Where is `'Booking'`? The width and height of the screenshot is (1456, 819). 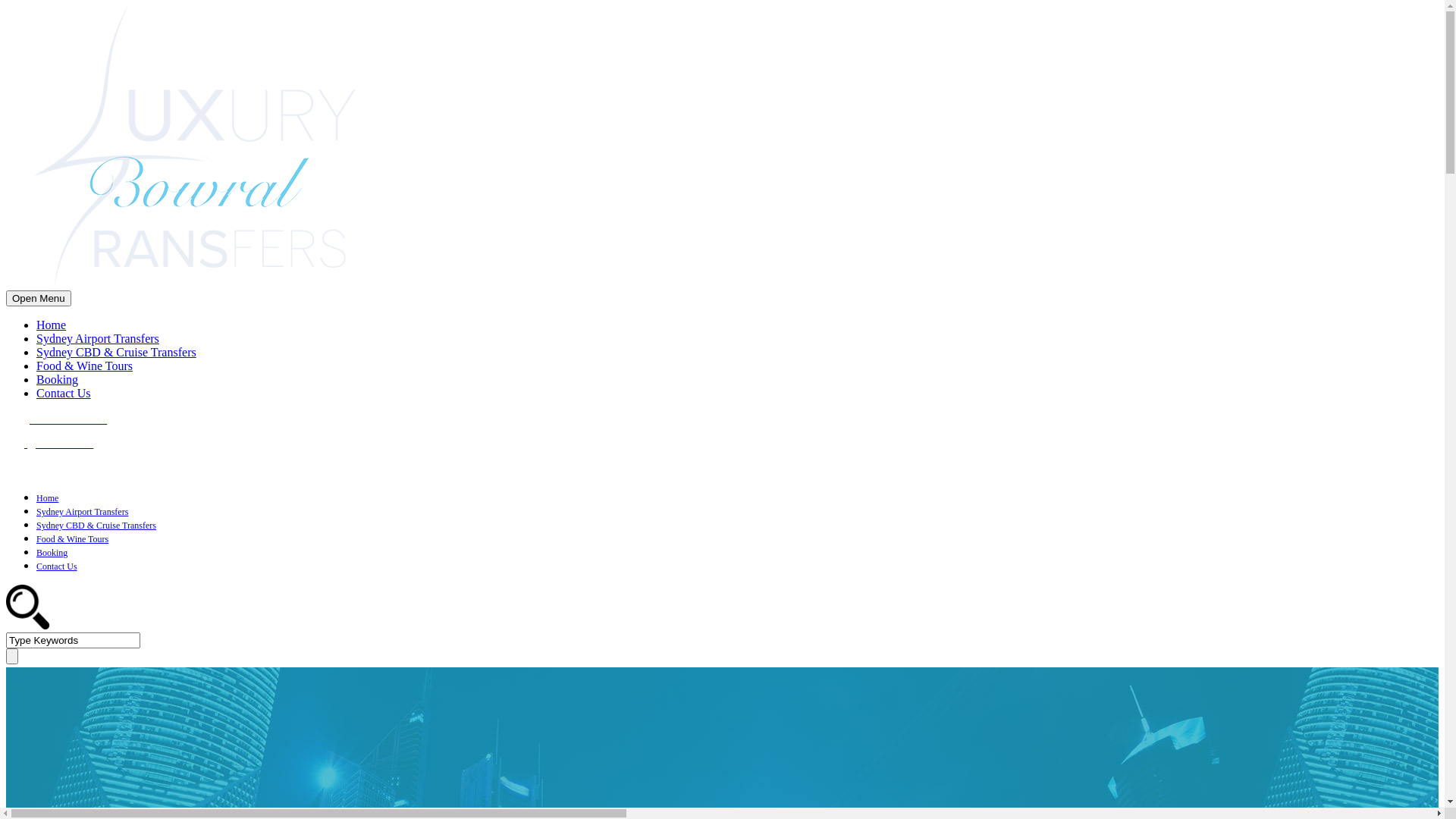 'Booking' is located at coordinates (52, 553).